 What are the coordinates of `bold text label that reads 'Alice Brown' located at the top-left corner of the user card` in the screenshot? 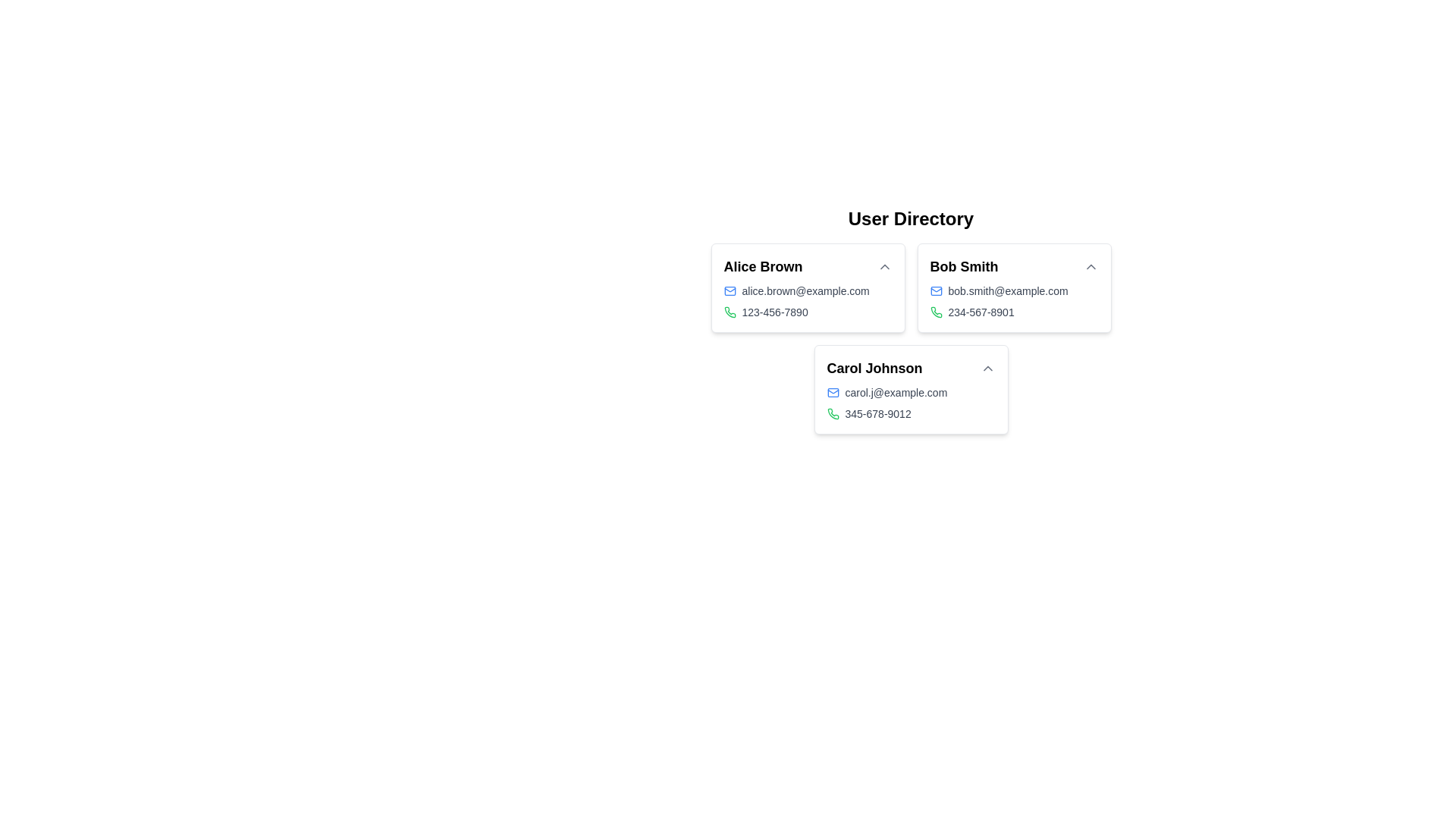 It's located at (763, 265).